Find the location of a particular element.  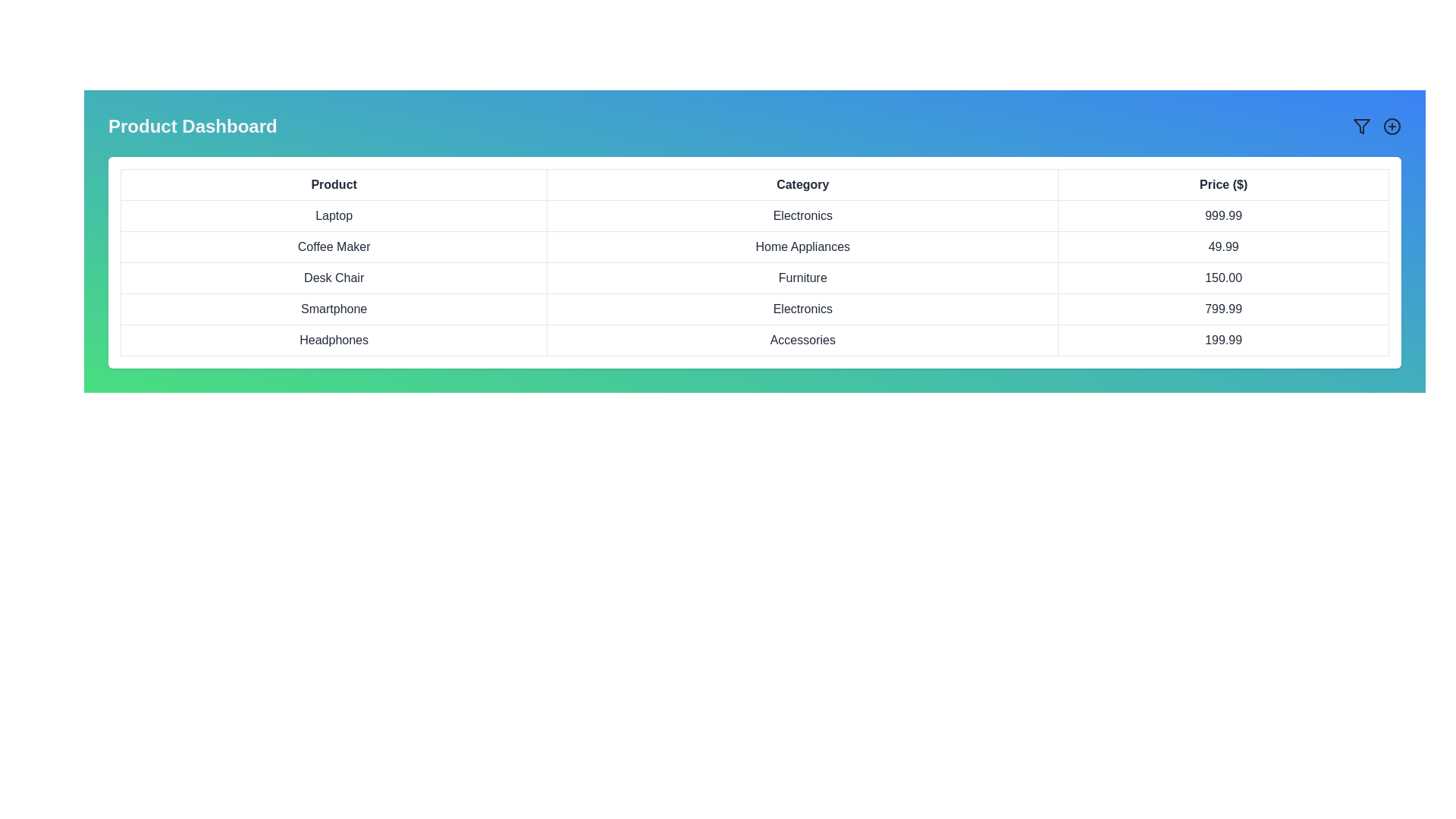

the funnel-shaped icon button located at the top-right corner of the interface is located at coordinates (1361, 125).